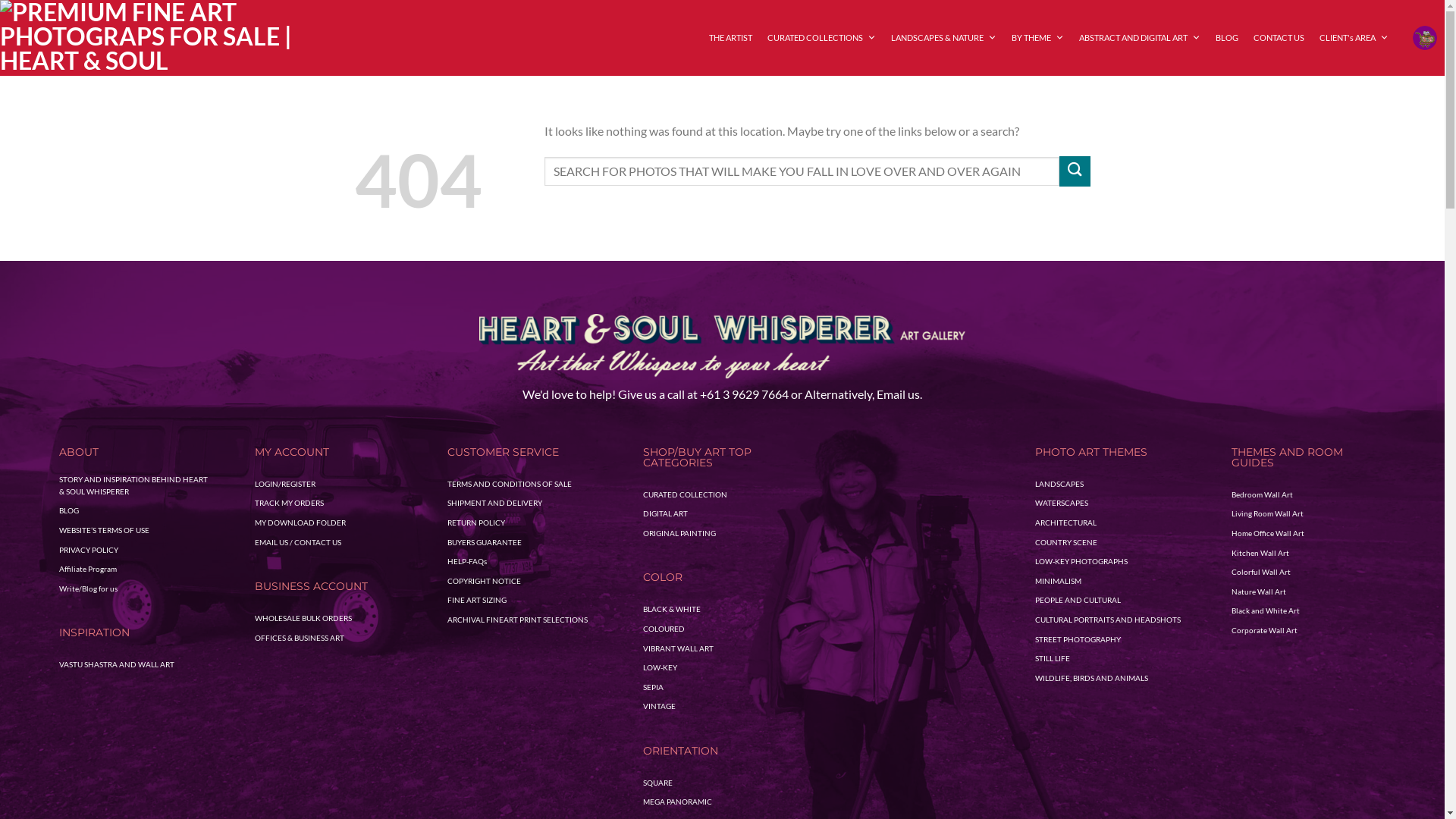 The height and width of the screenshot is (819, 1456). I want to click on 'MY DOWNLOAD FOLDER', so click(300, 522).